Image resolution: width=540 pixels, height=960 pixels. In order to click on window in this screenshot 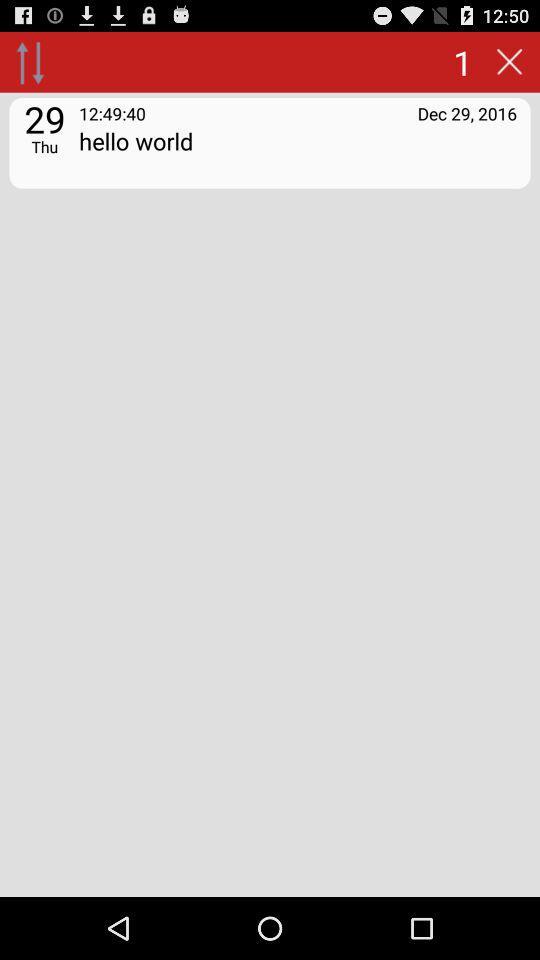, I will do `click(509, 61)`.